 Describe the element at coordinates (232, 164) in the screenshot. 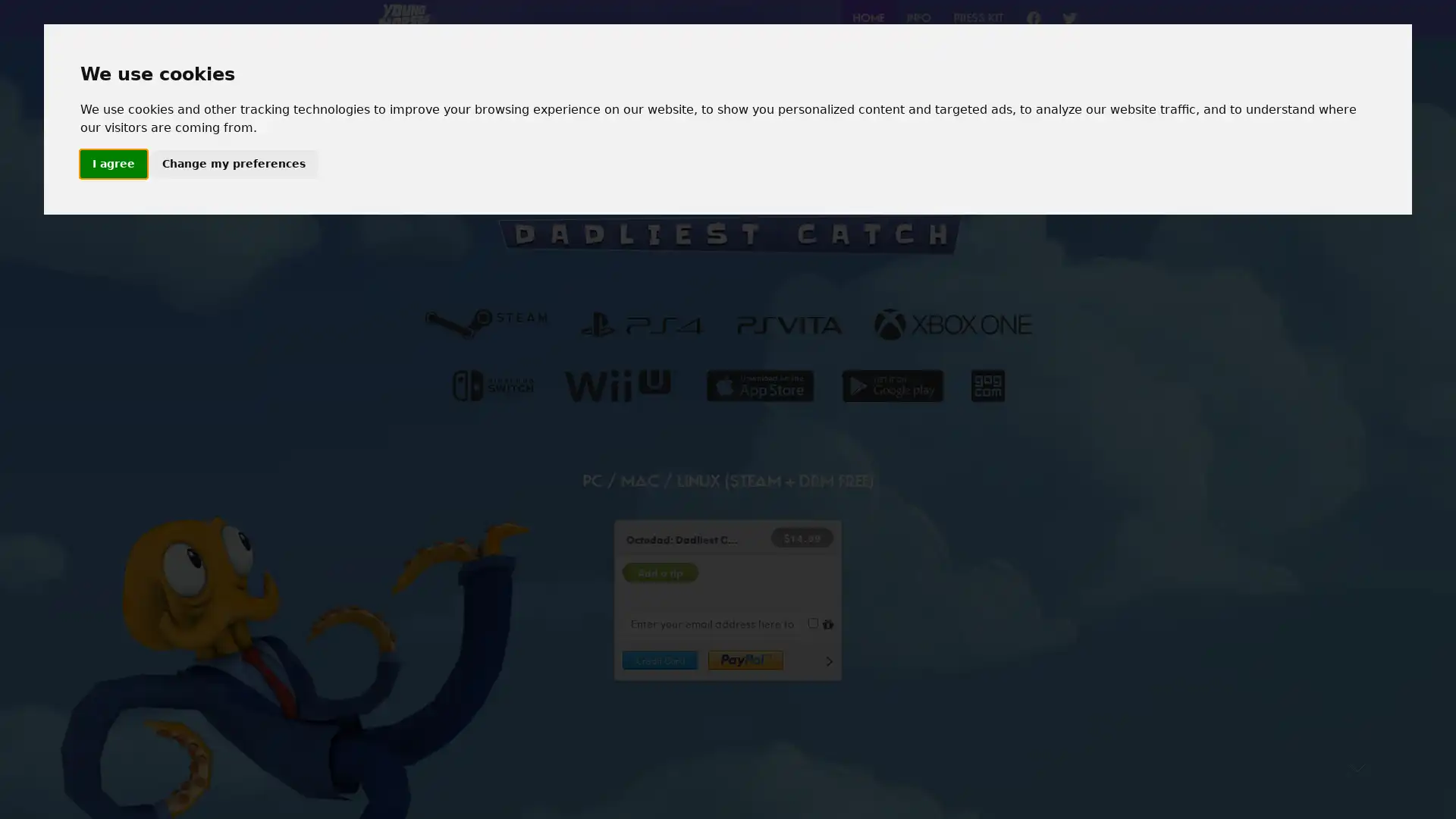

I see `Change my preferences` at that location.